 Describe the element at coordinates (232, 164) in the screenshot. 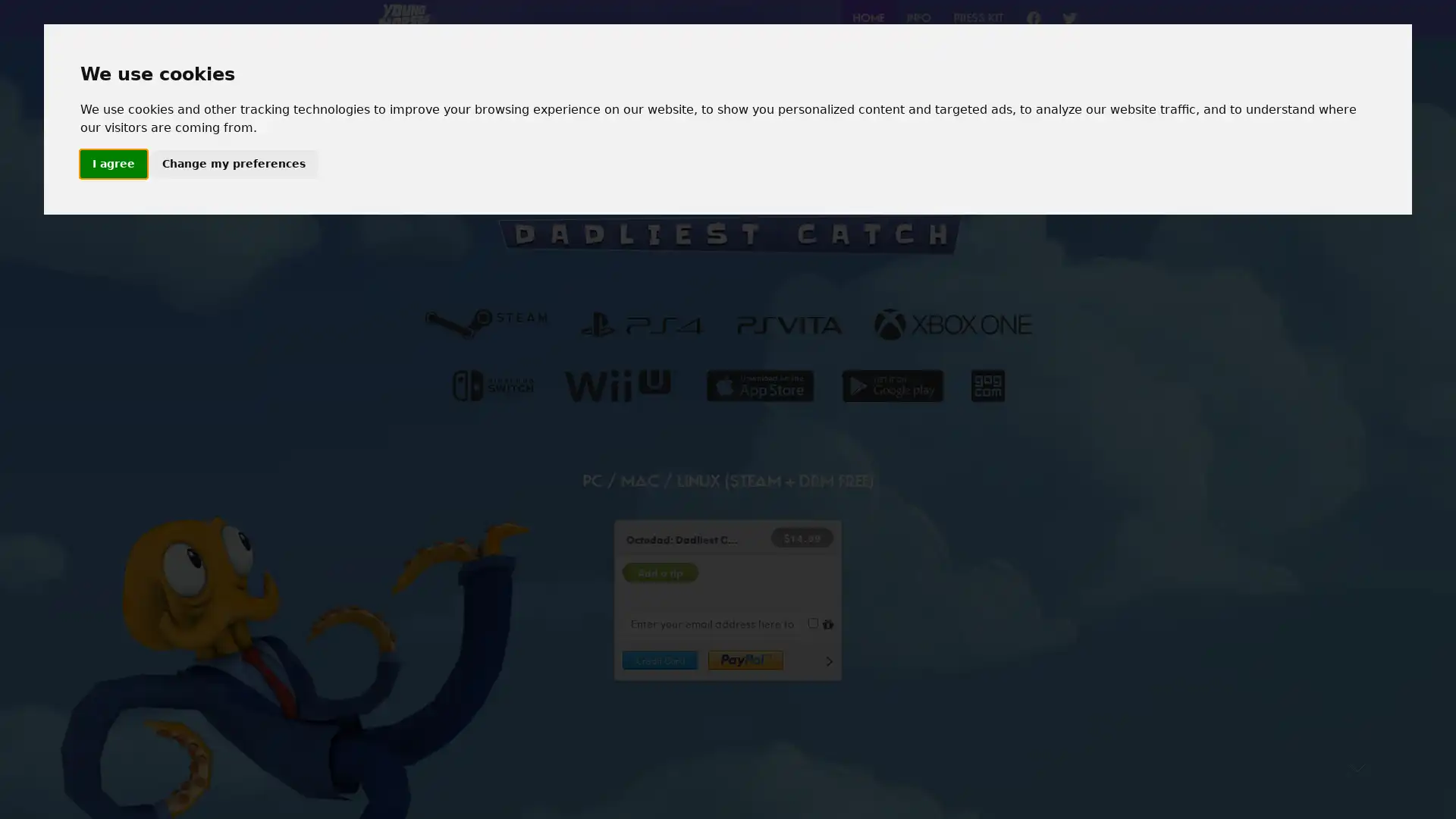

I see `Change my preferences` at that location.